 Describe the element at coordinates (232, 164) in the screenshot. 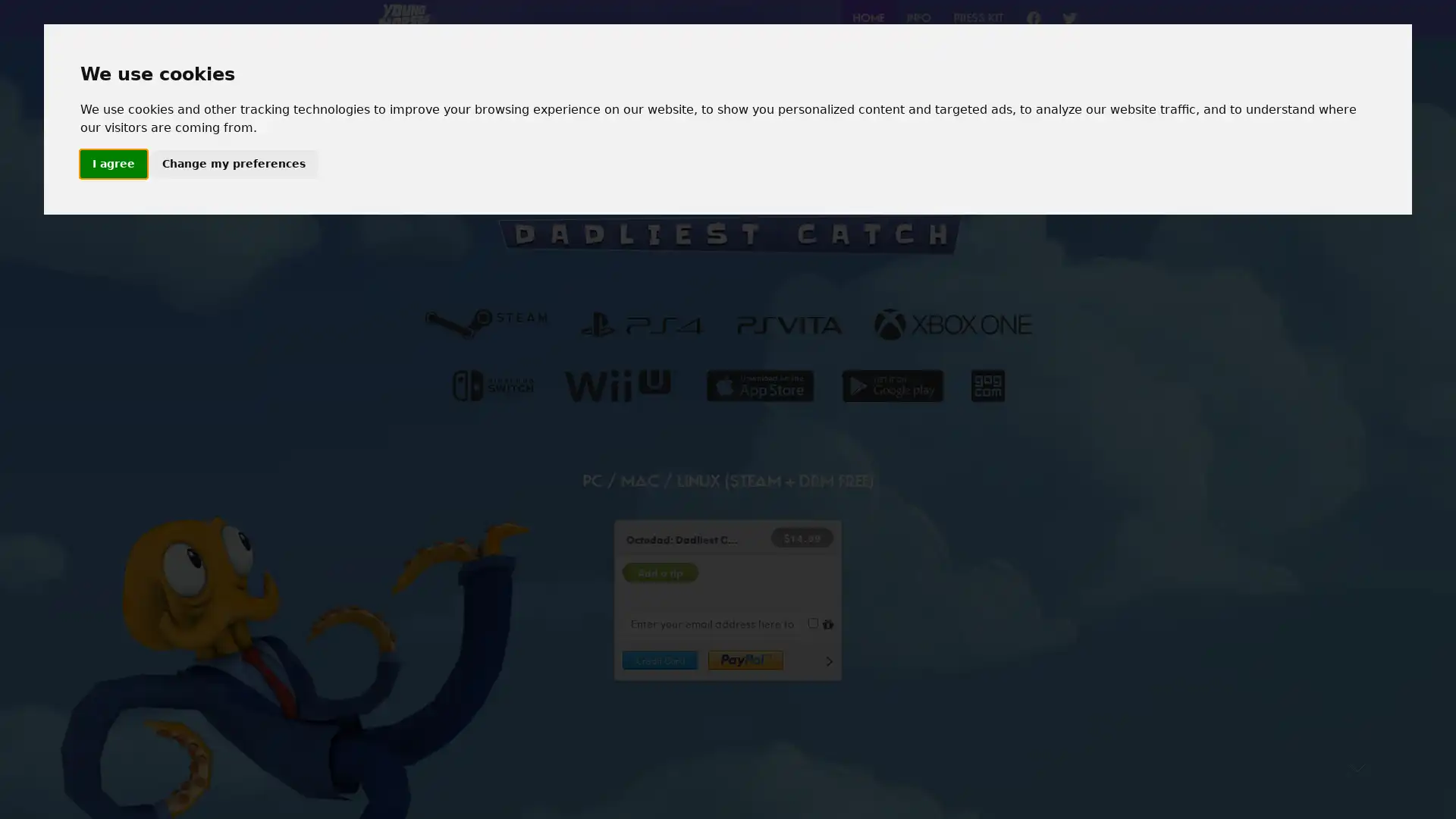

I see `Change my preferences` at that location.